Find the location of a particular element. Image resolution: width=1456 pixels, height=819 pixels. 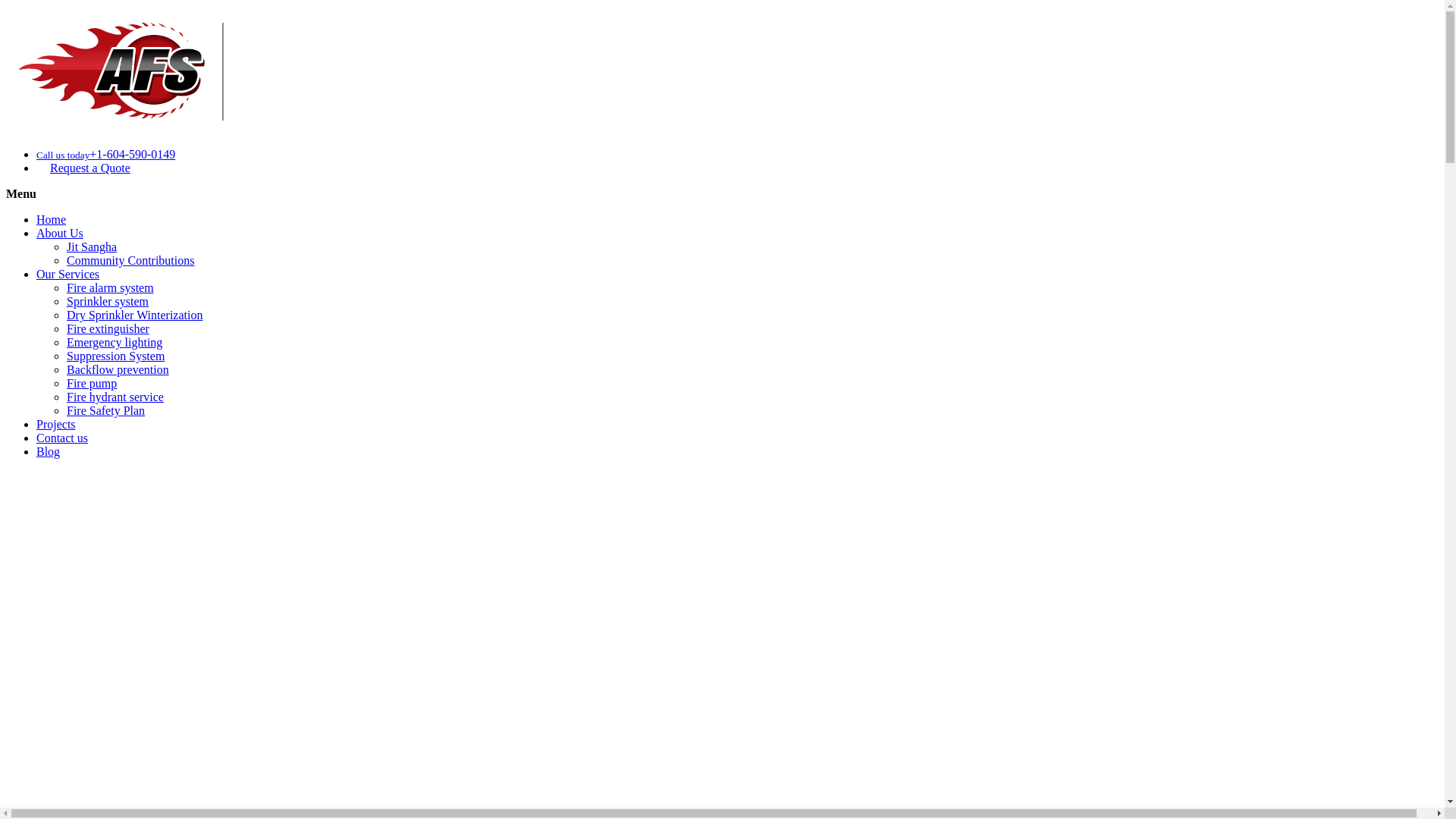

'Contact us' is located at coordinates (61, 438).